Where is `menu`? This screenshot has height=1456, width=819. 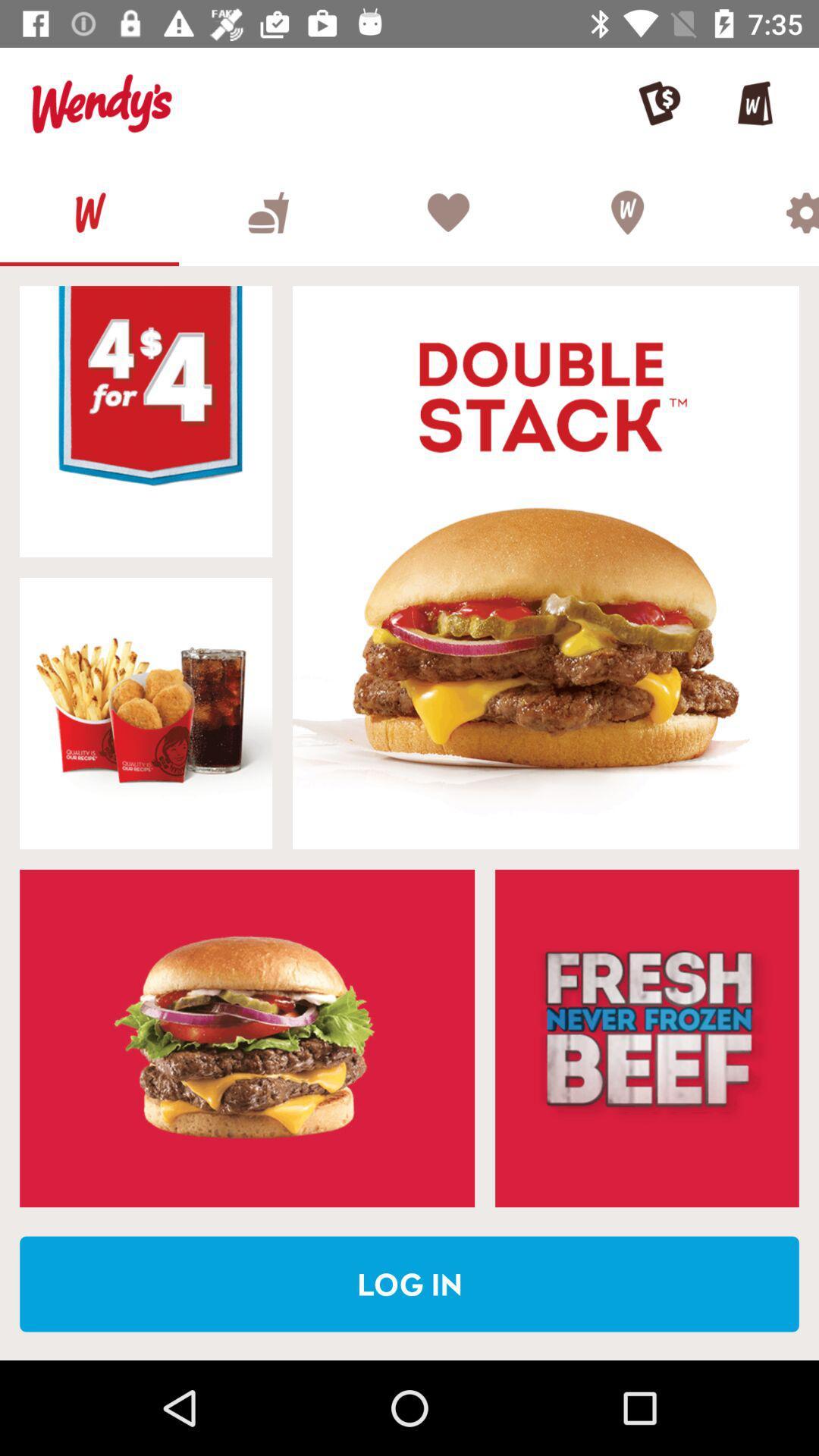
menu is located at coordinates (268, 212).